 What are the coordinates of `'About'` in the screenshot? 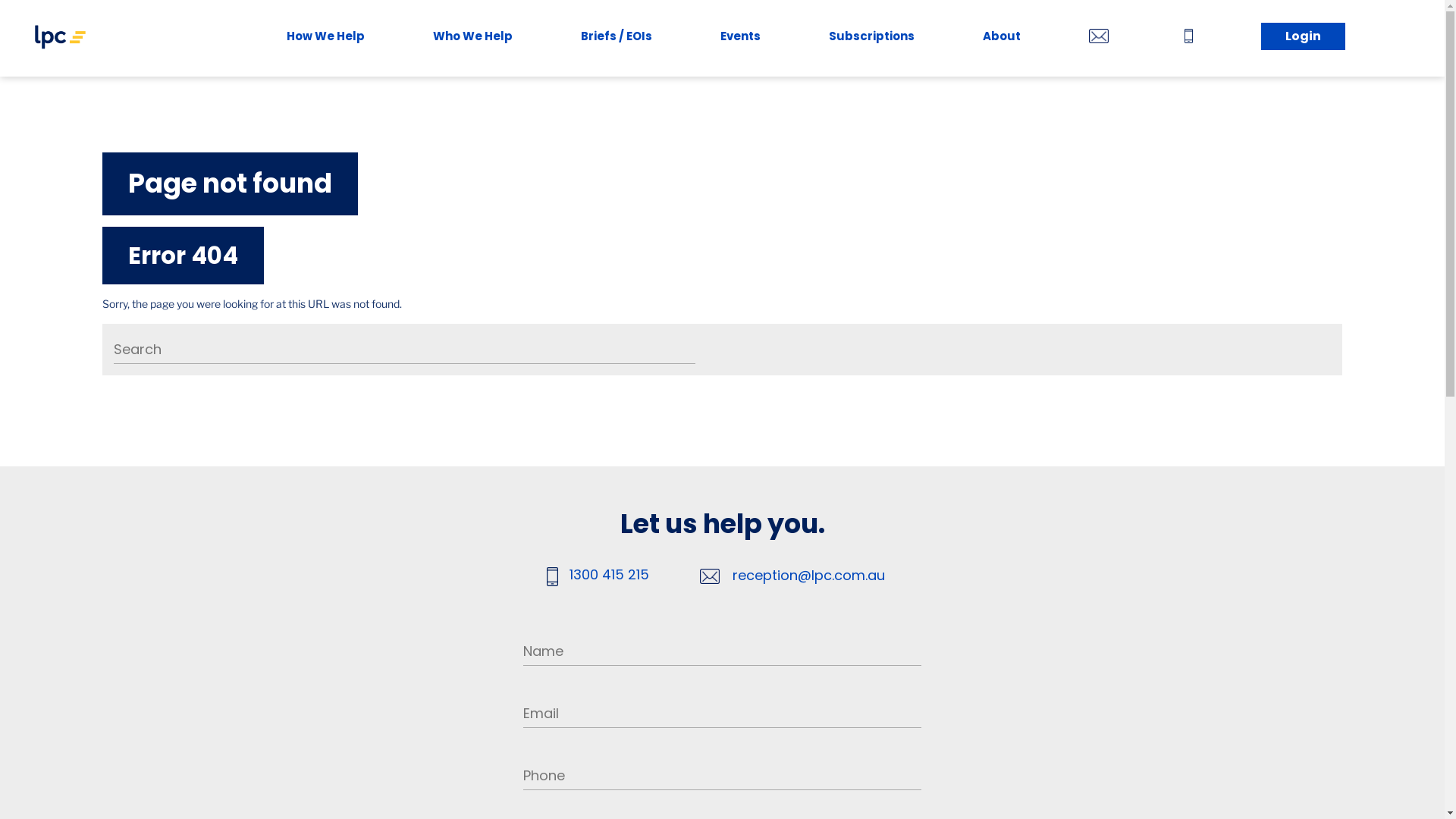 It's located at (1001, 37).